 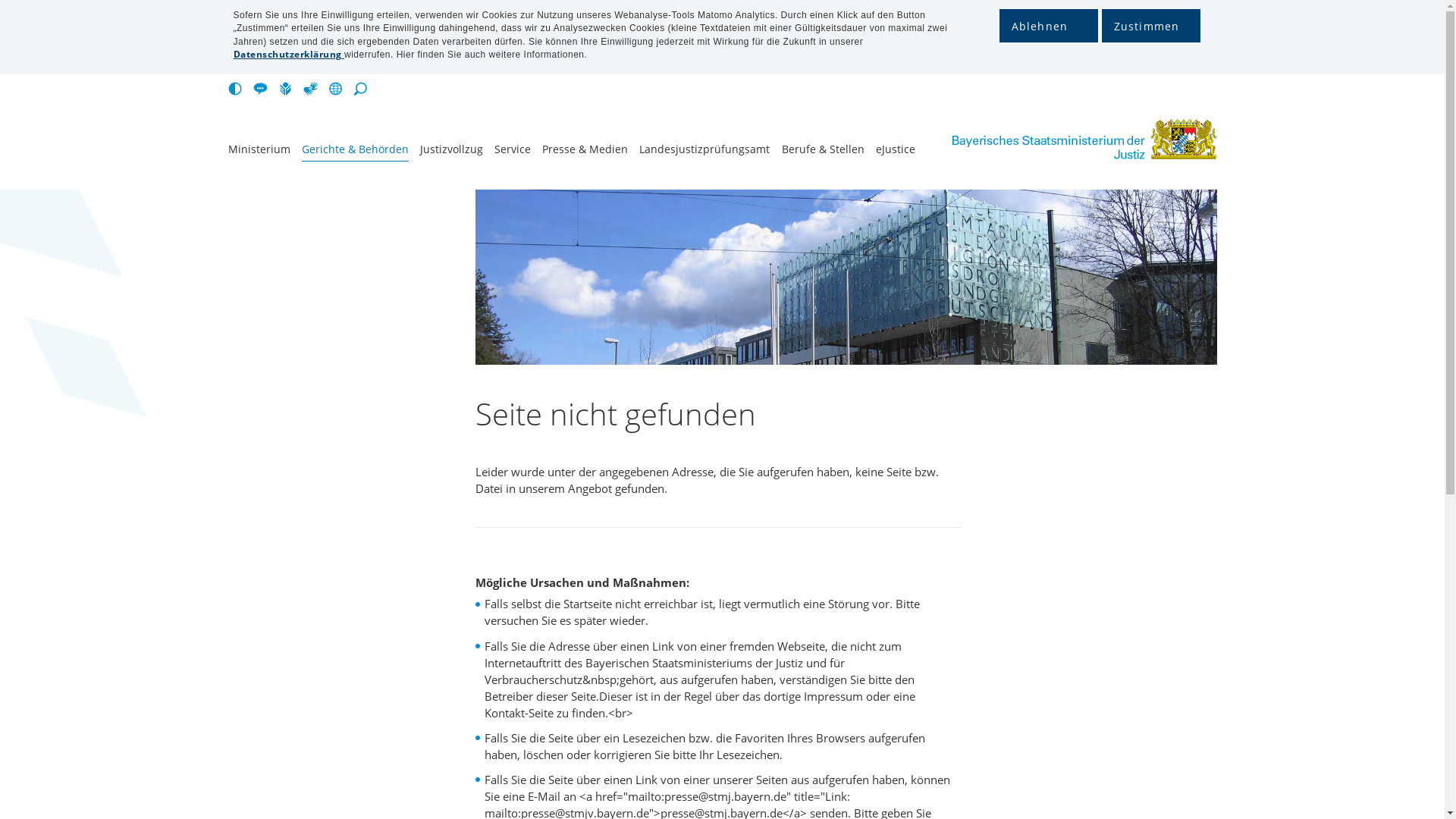 What do you see at coordinates (1150, 26) in the screenshot?
I see `'Zustimmen'` at bounding box center [1150, 26].